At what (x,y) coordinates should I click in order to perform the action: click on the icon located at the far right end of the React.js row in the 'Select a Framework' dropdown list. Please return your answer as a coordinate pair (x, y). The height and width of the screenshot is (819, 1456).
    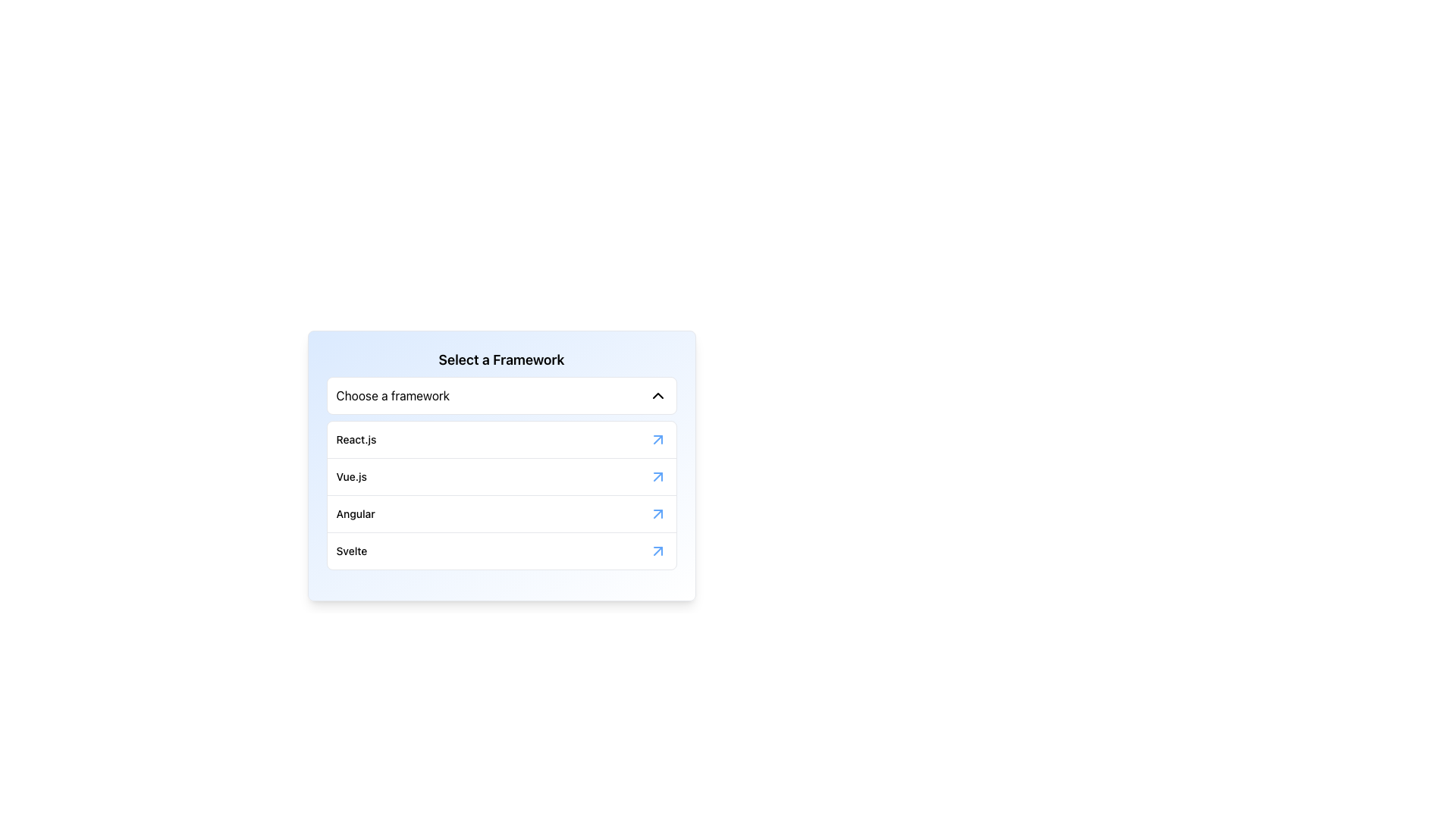
    Looking at the image, I should click on (657, 439).